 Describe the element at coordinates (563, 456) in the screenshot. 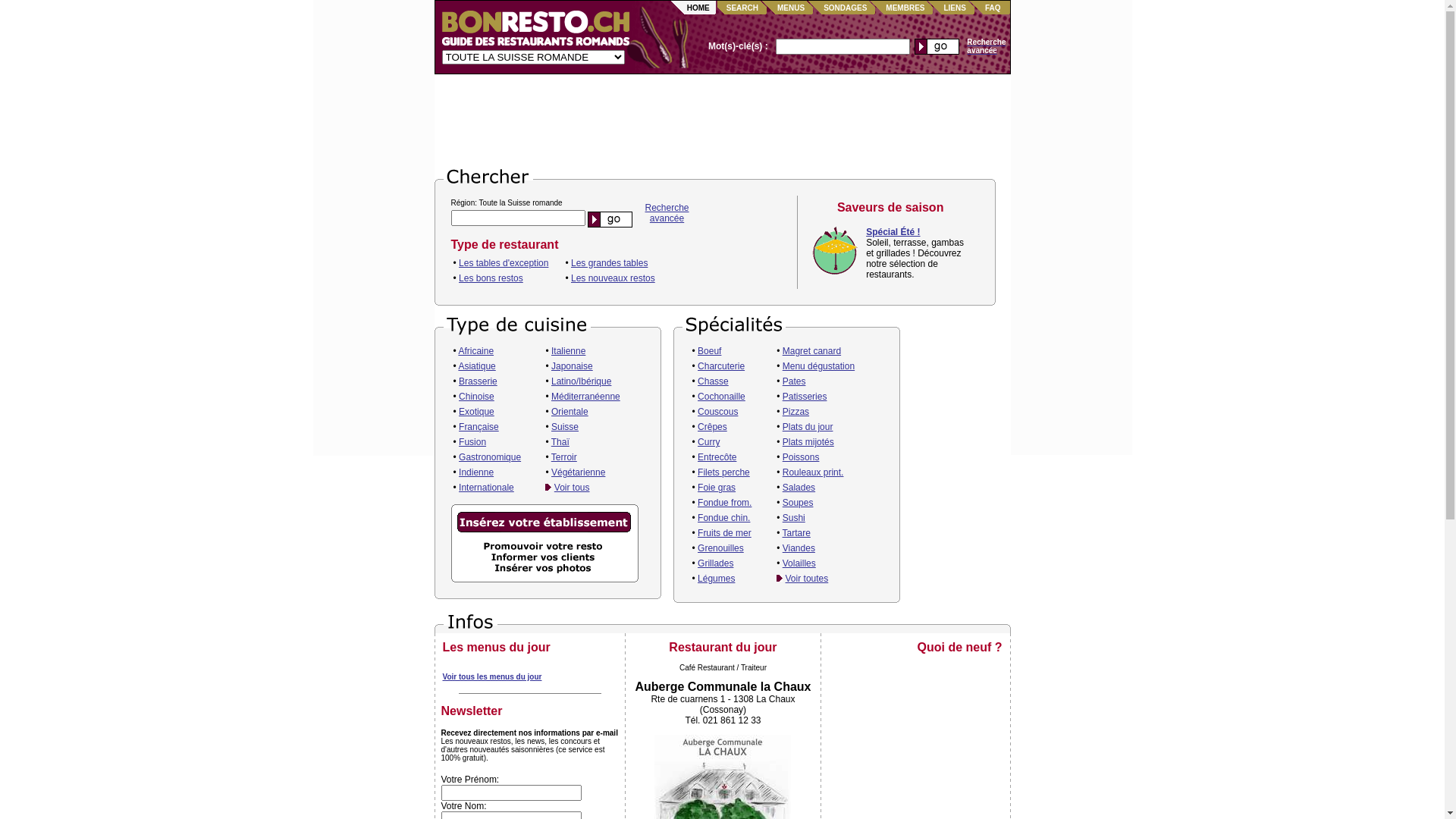

I see `'Terroir'` at that location.